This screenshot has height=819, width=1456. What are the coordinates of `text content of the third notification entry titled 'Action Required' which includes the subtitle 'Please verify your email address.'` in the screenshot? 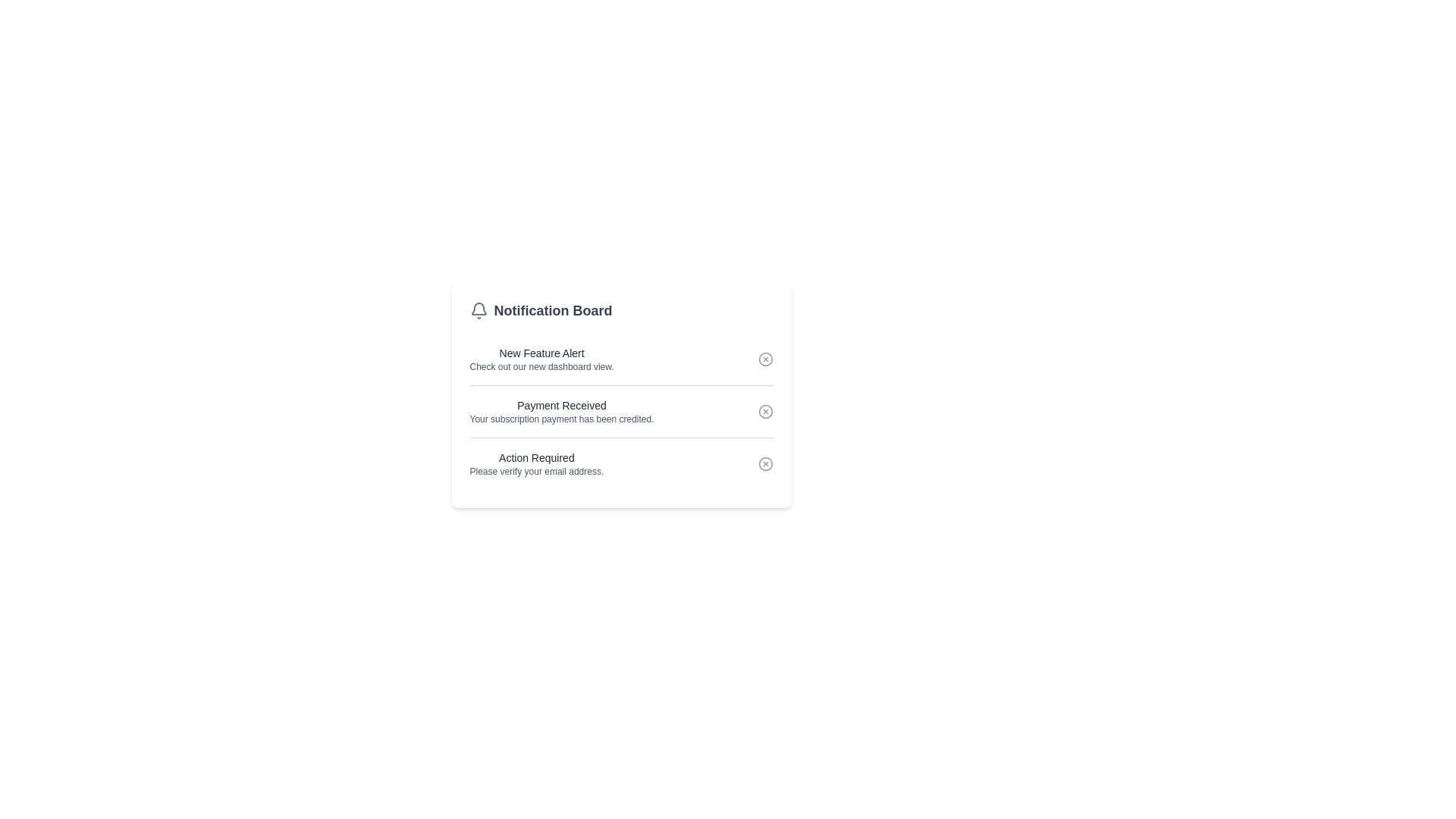 It's located at (536, 463).